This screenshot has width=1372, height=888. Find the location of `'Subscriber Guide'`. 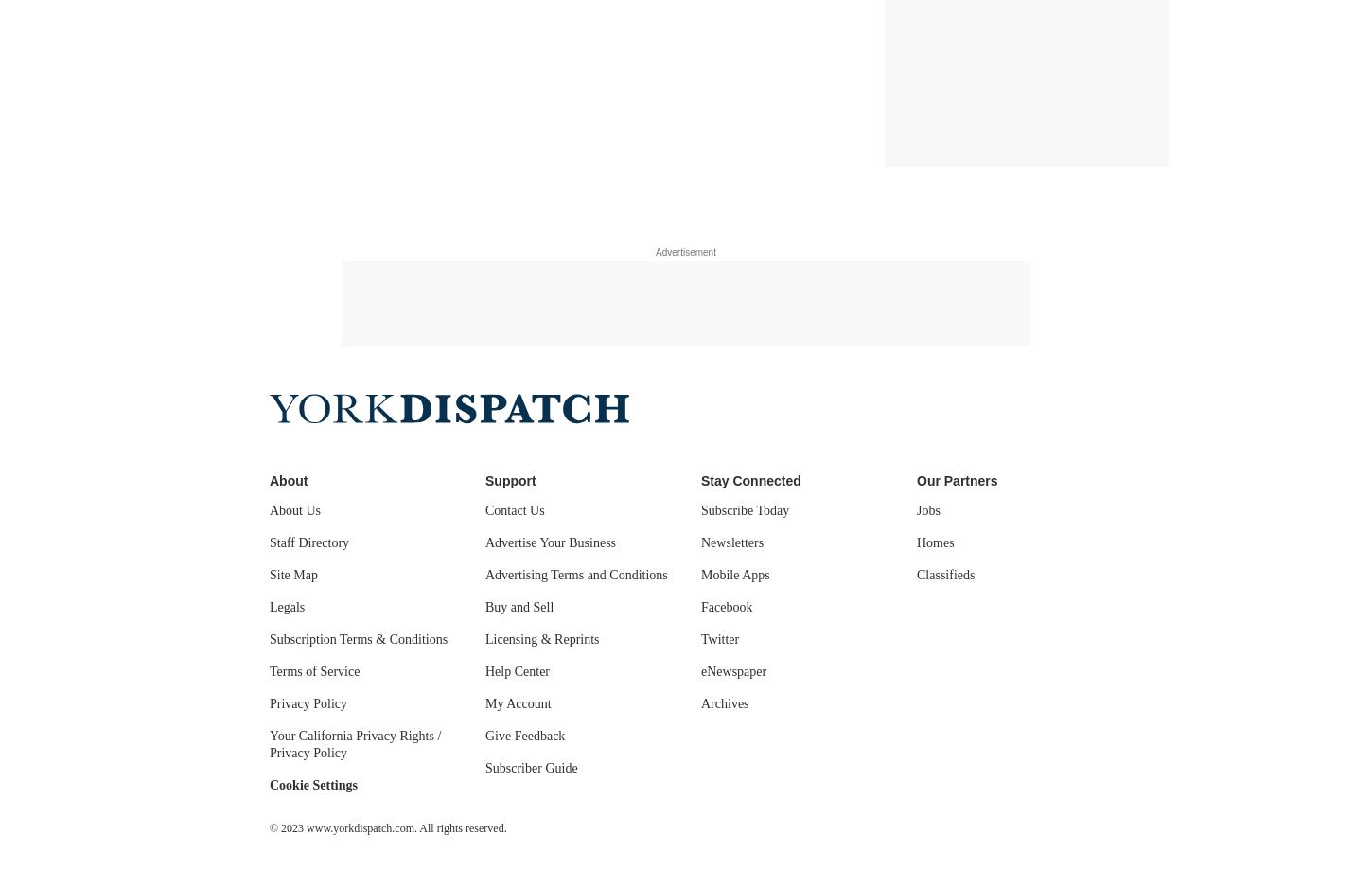

'Subscriber Guide' is located at coordinates (531, 768).